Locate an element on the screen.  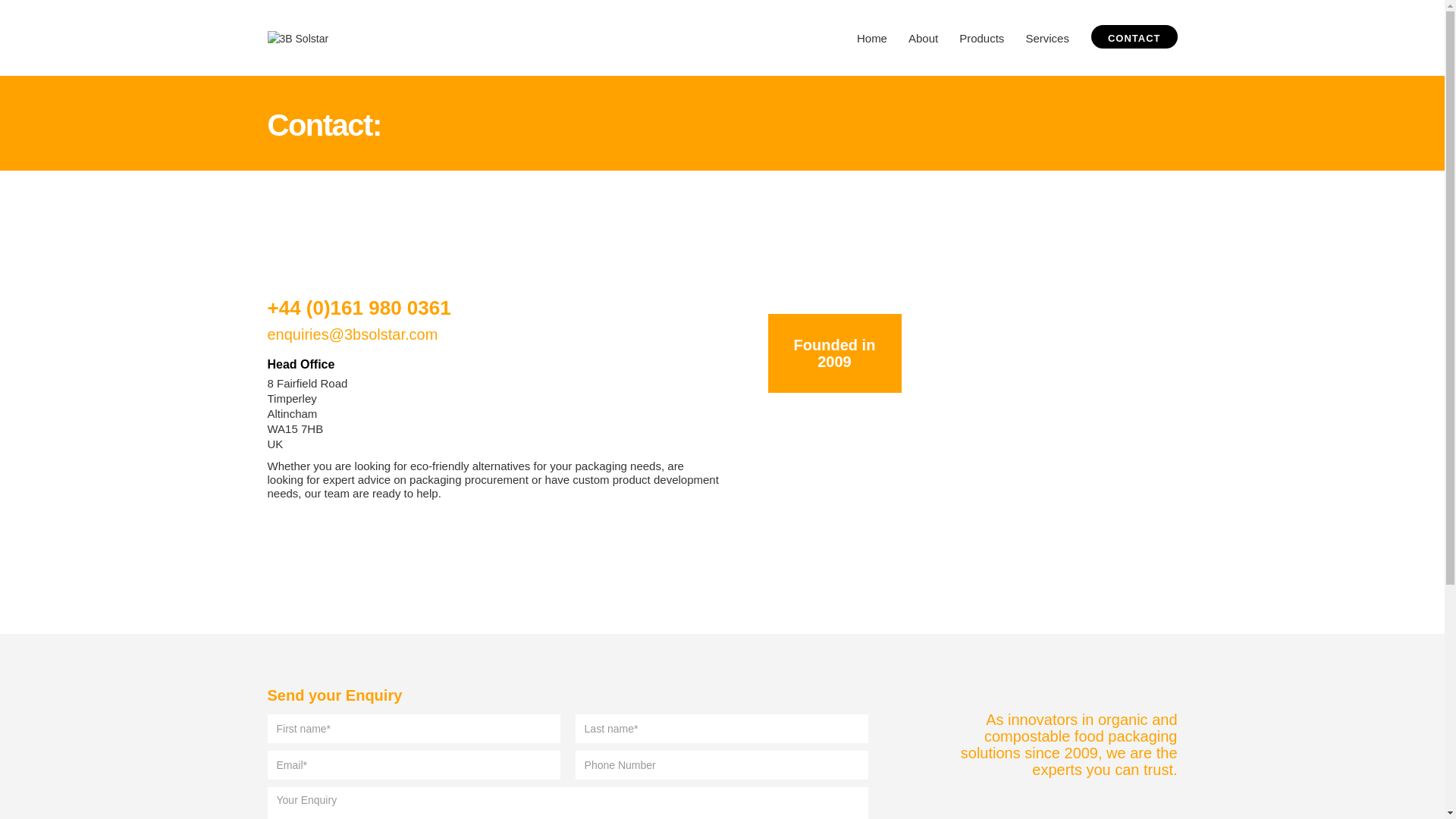
'Products' is located at coordinates (981, 37).